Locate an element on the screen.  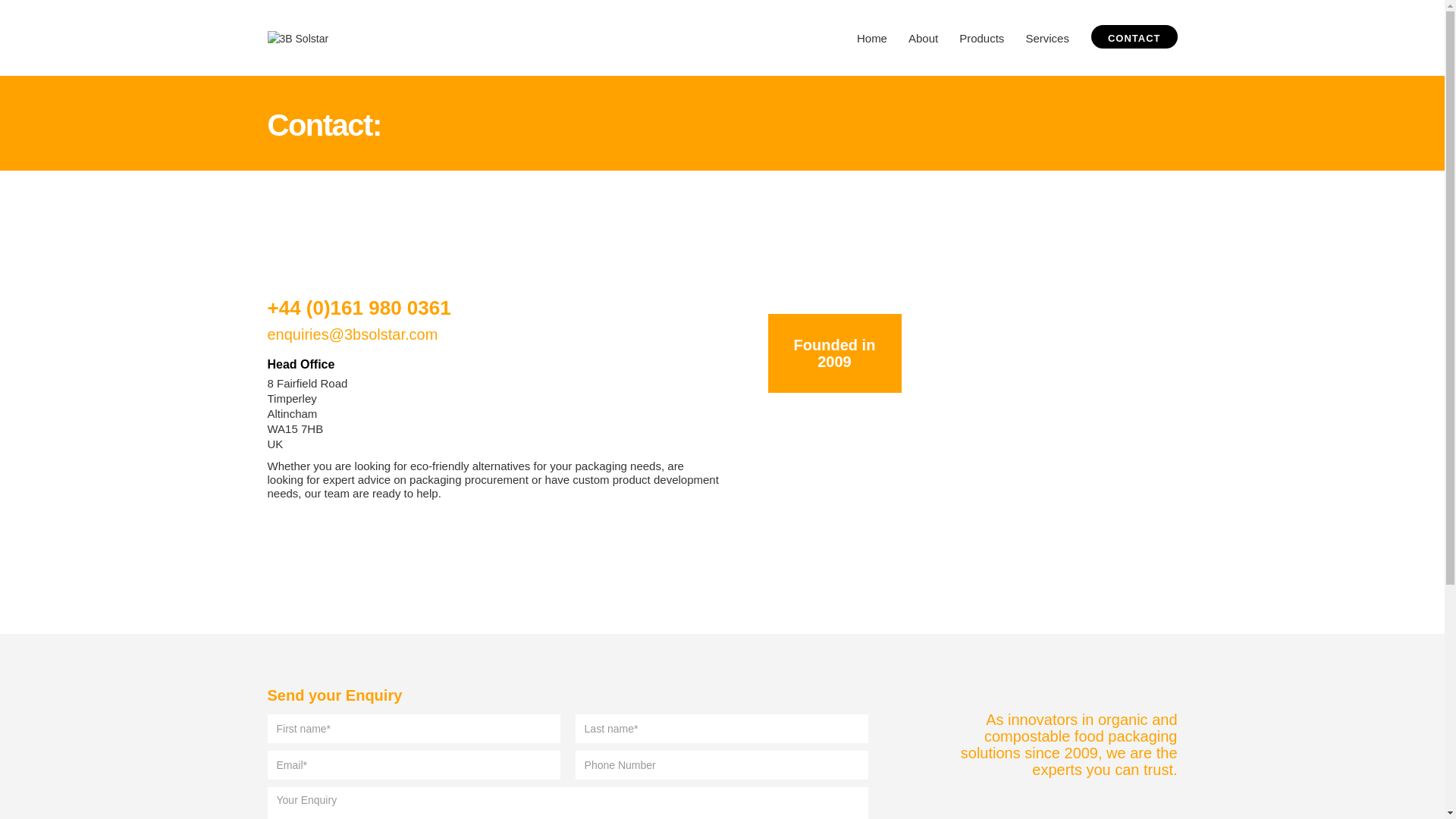
'Products' is located at coordinates (981, 37).